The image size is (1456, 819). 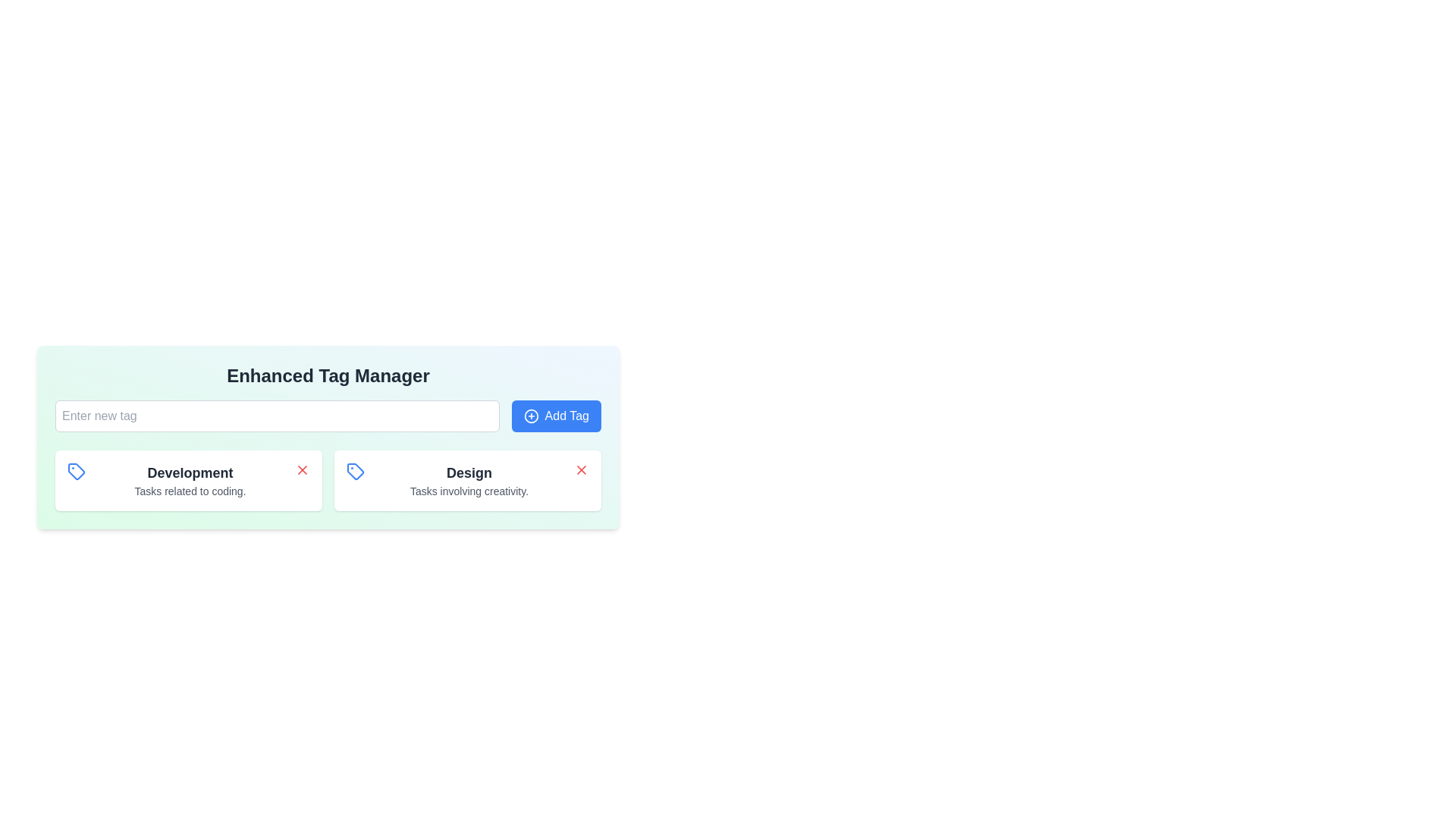 I want to click on the dismiss icon located at the top-right corner of the 'Development' tile, so click(x=302, y=469).